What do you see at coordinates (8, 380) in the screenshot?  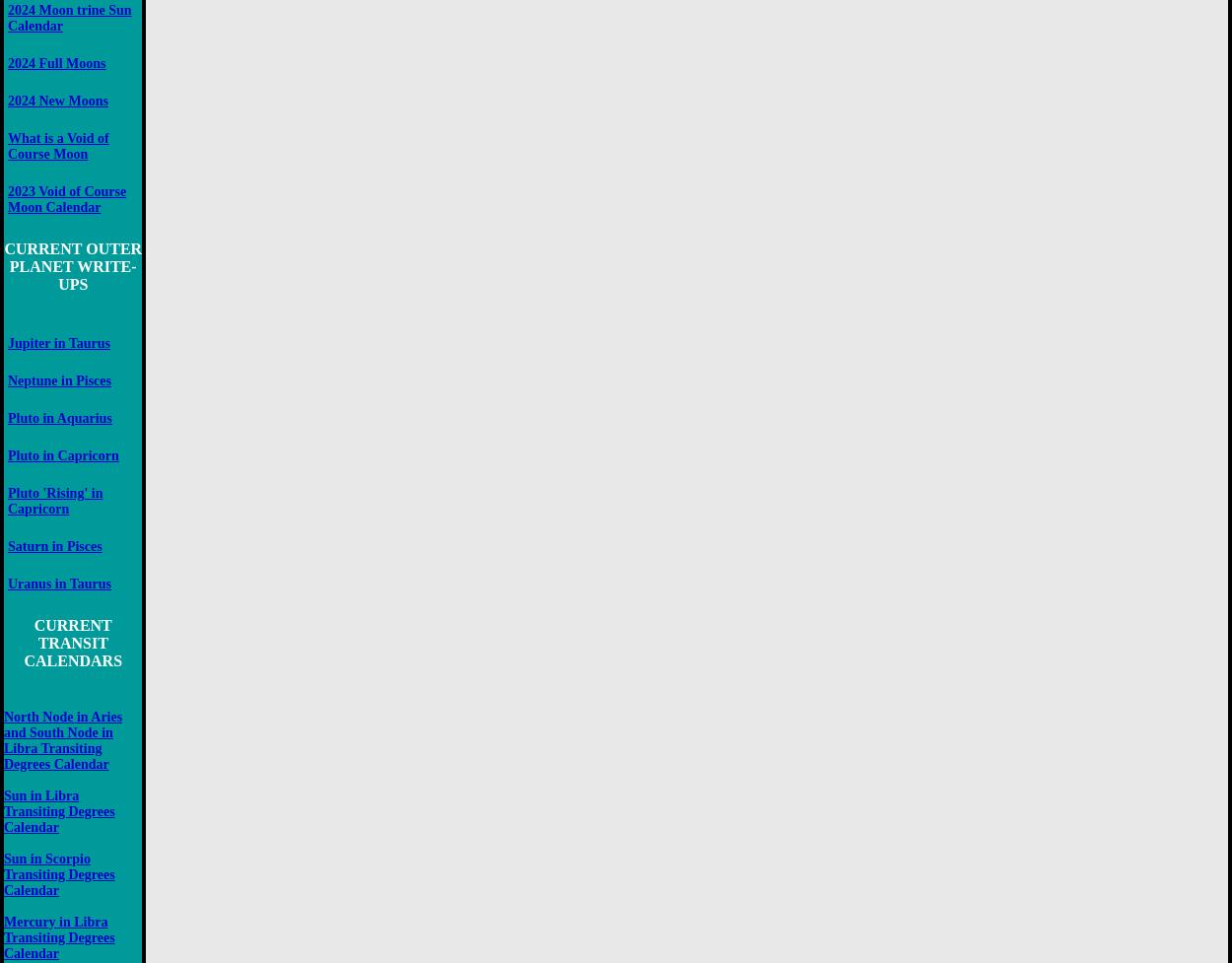 I see `'Neptune in Pisces'` at bounding box center [8, 380].